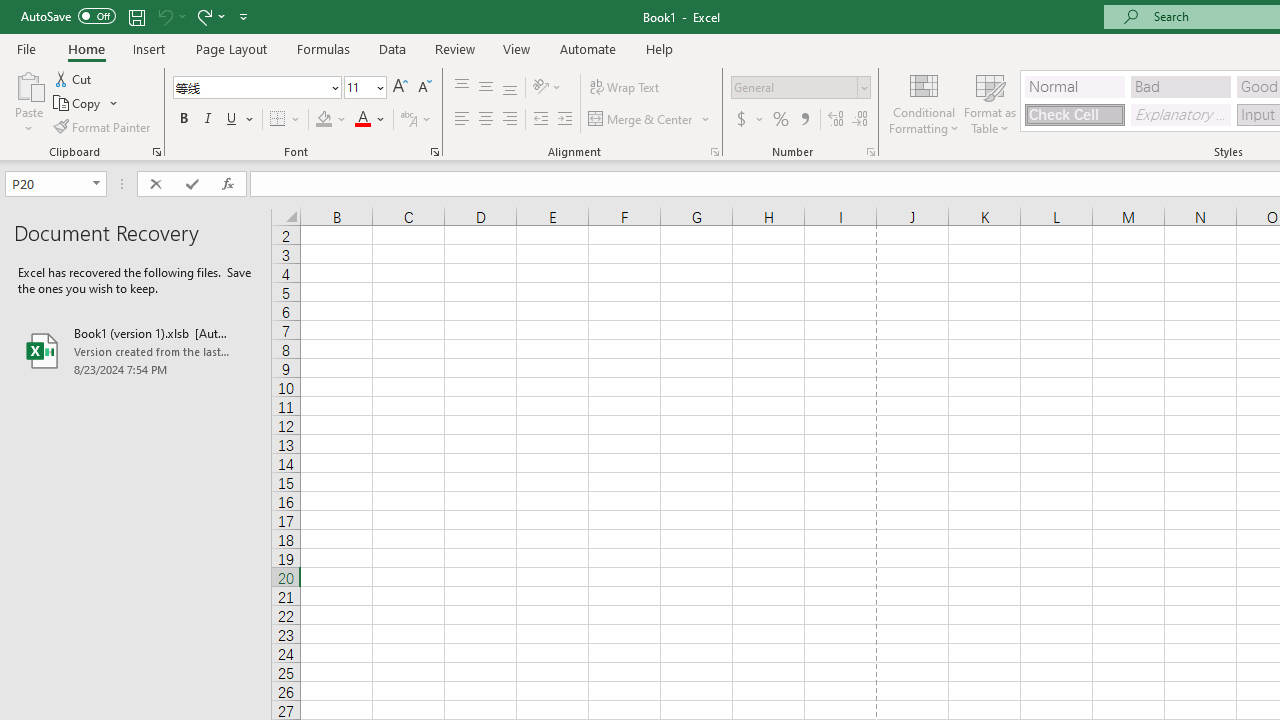 This screenshot has height=720, width=1280. I want to click on 'Copy', so click(85, 103).